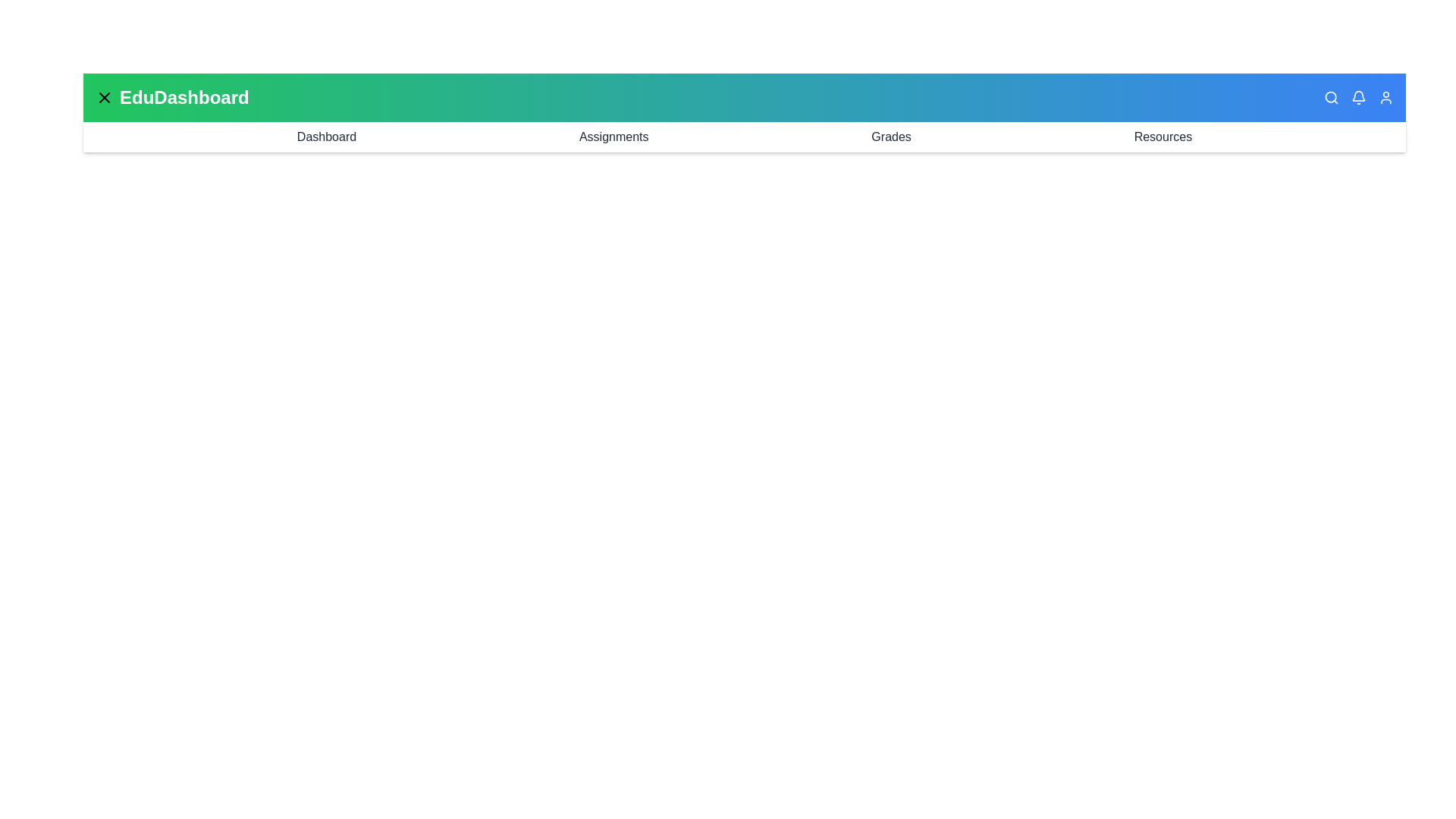  I want to click on the title text 'EduDashboard' to inspect its properties, so click(184, 97).